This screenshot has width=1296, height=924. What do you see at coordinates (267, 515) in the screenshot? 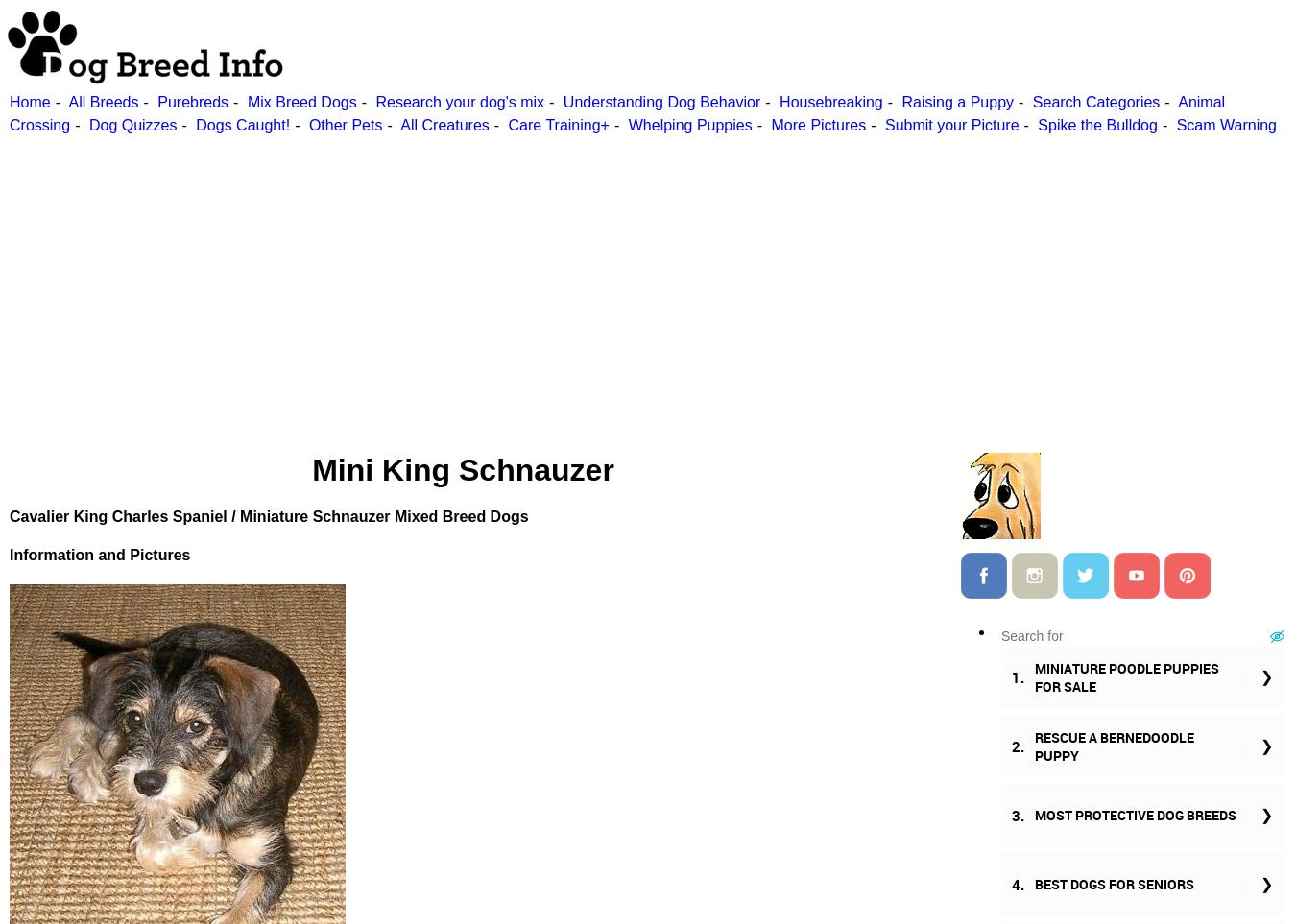
I see `'Cavalier King Charles Spaniel / Miniature Schnauzer Mixed Breed Dogs'` at bounding box center [267, 515].